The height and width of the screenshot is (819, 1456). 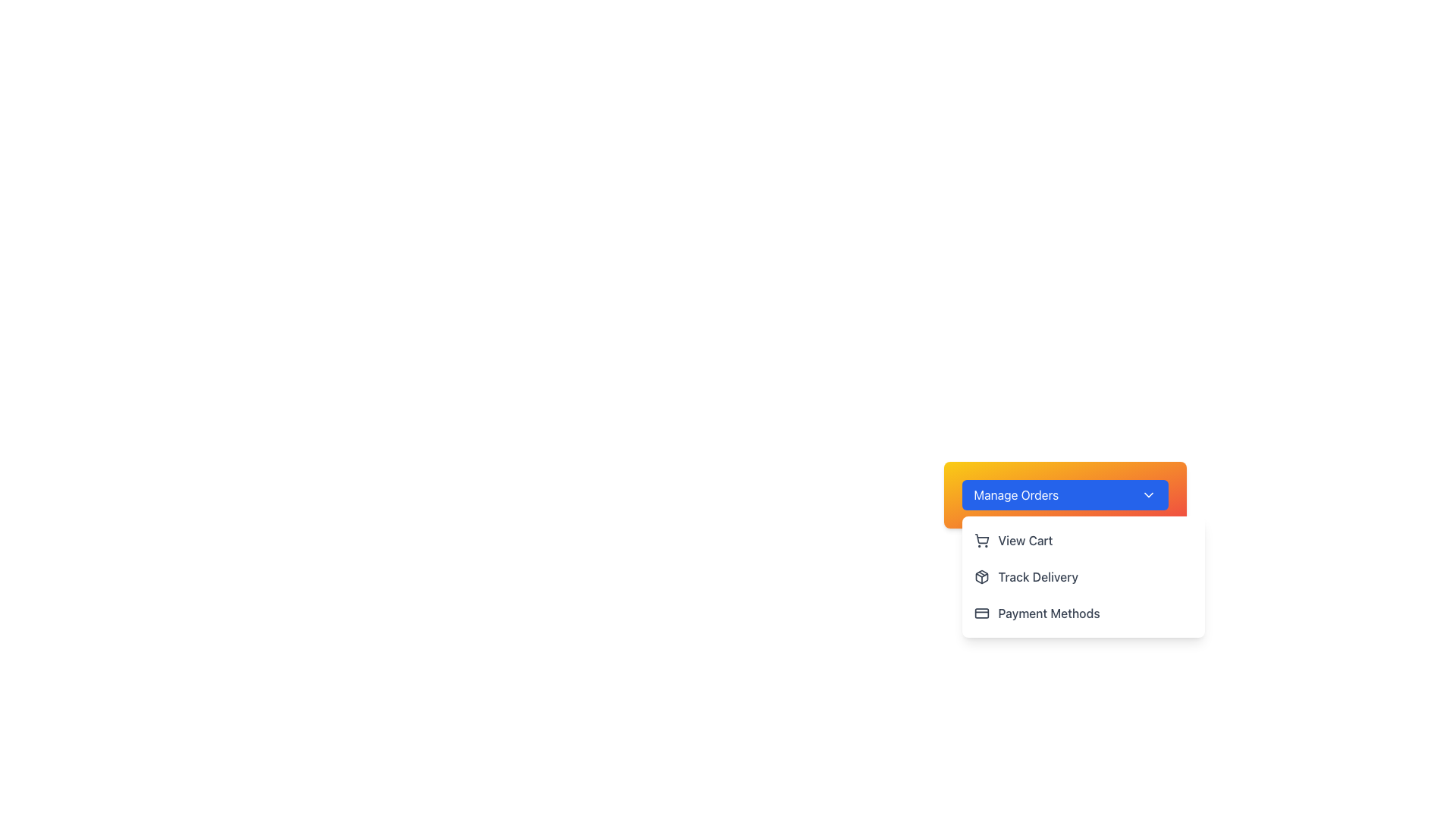 What do you see at coordinates (981, 538) in the screenshot?
I see `the shopping cart icon located at the top left corner of the functionality icons` at bounding box center [981, 538].